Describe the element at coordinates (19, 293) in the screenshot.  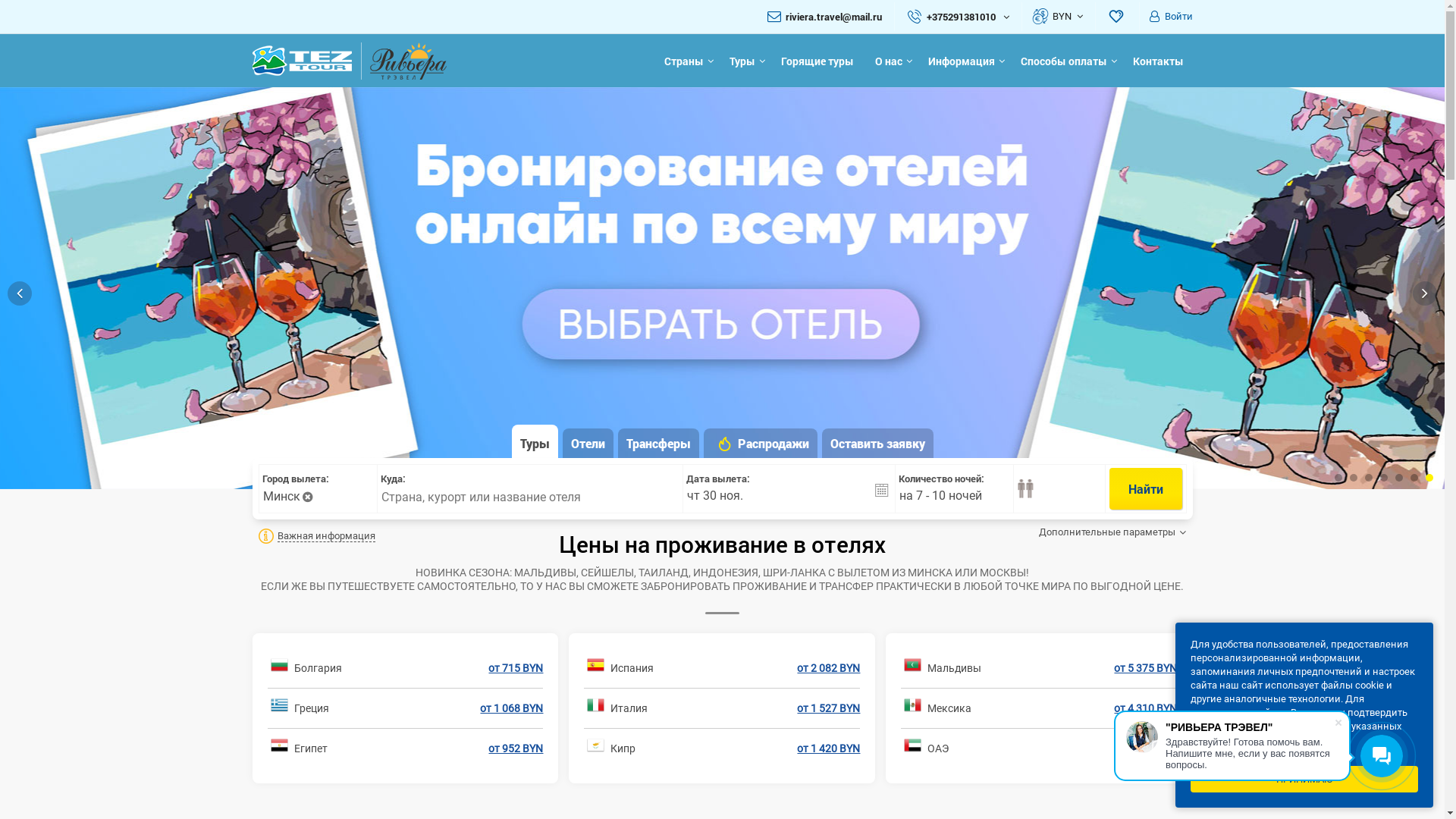
I see `'Prev'` at that location.